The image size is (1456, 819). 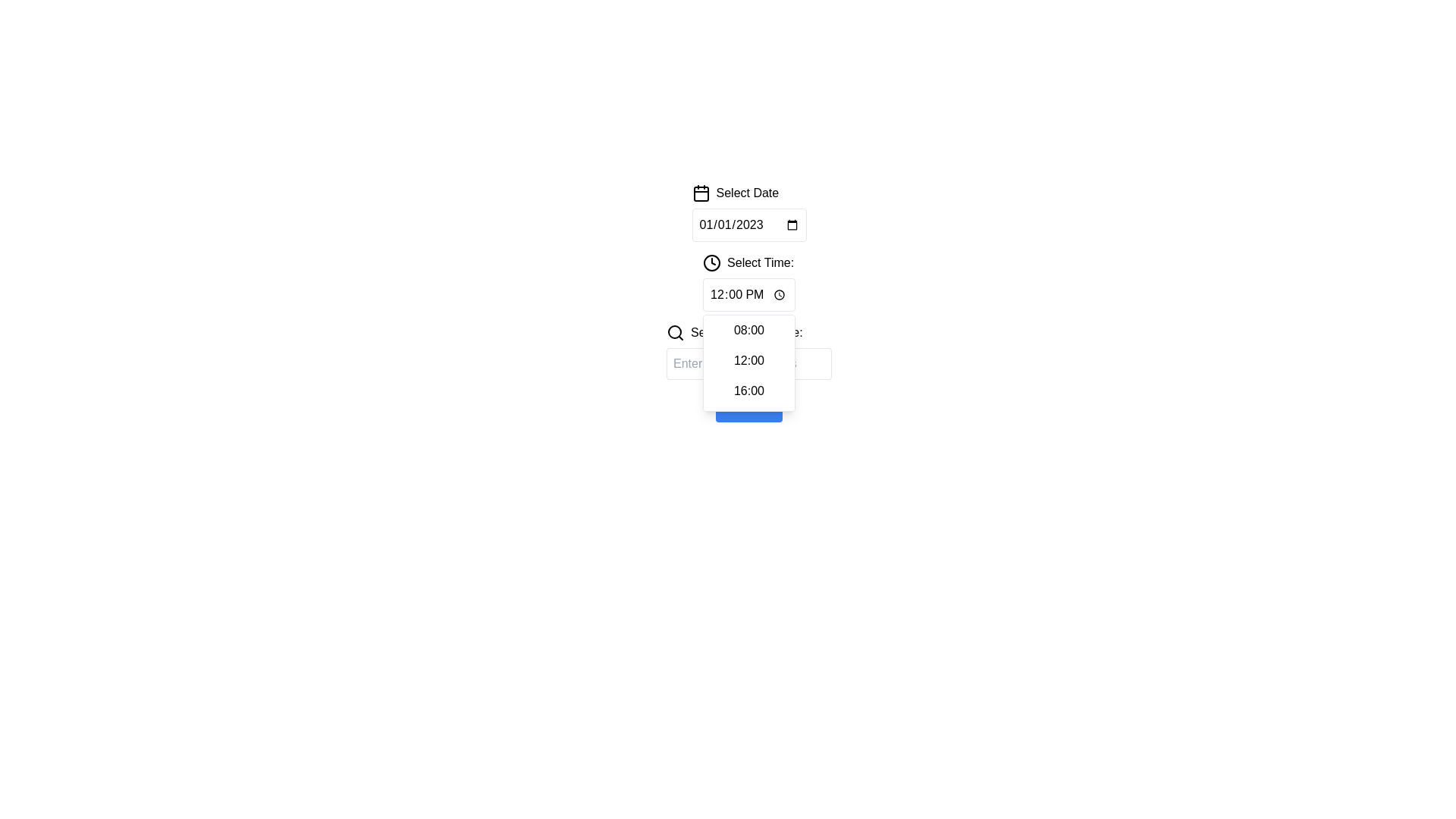 I want to click on the dropdown menu beneath the 'Select Time' input field, so click(x=749, y=362).